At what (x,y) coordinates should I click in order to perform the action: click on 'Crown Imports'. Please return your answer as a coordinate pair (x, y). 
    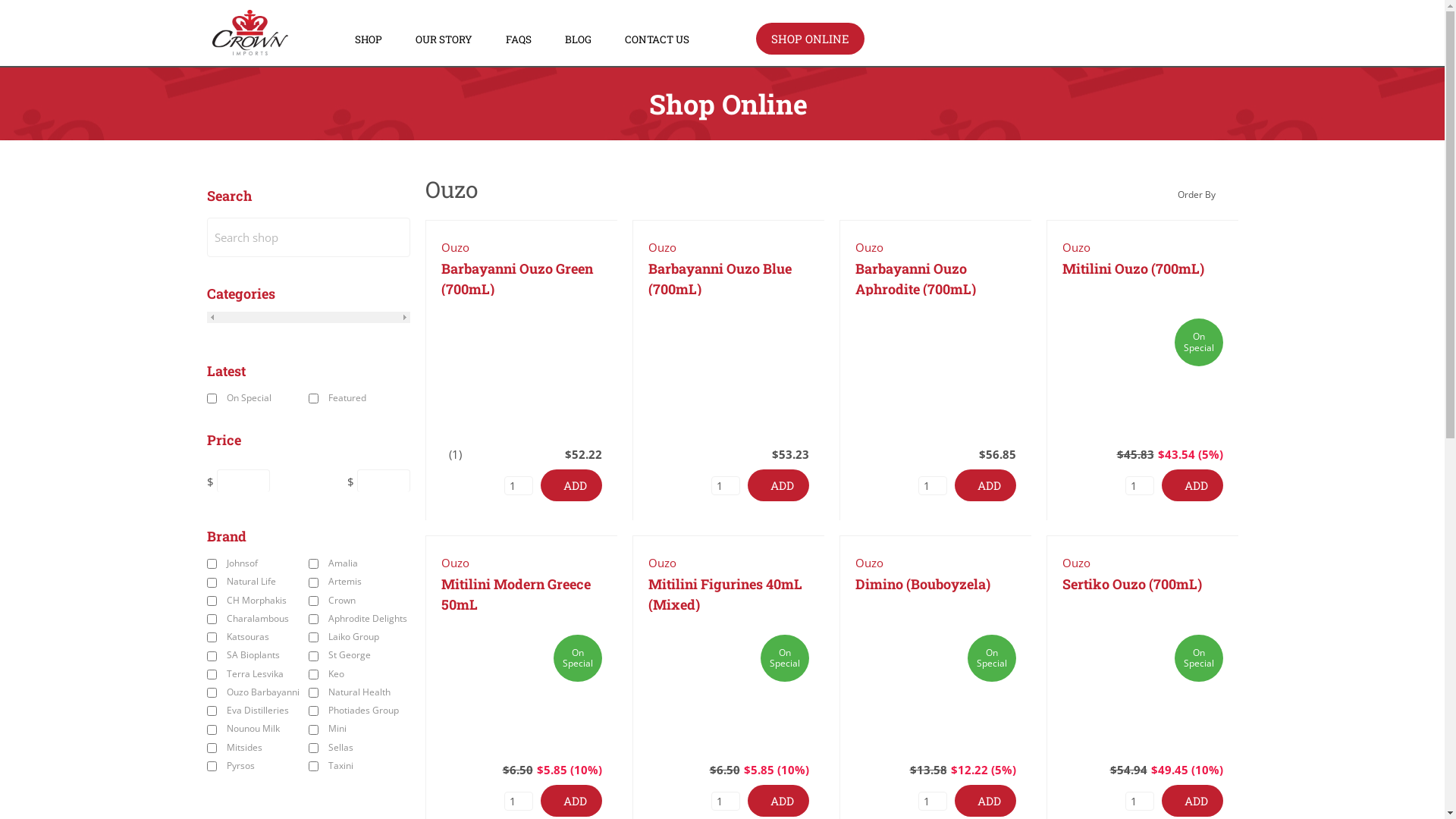
    Looking at the image, I should click on (250, 32).